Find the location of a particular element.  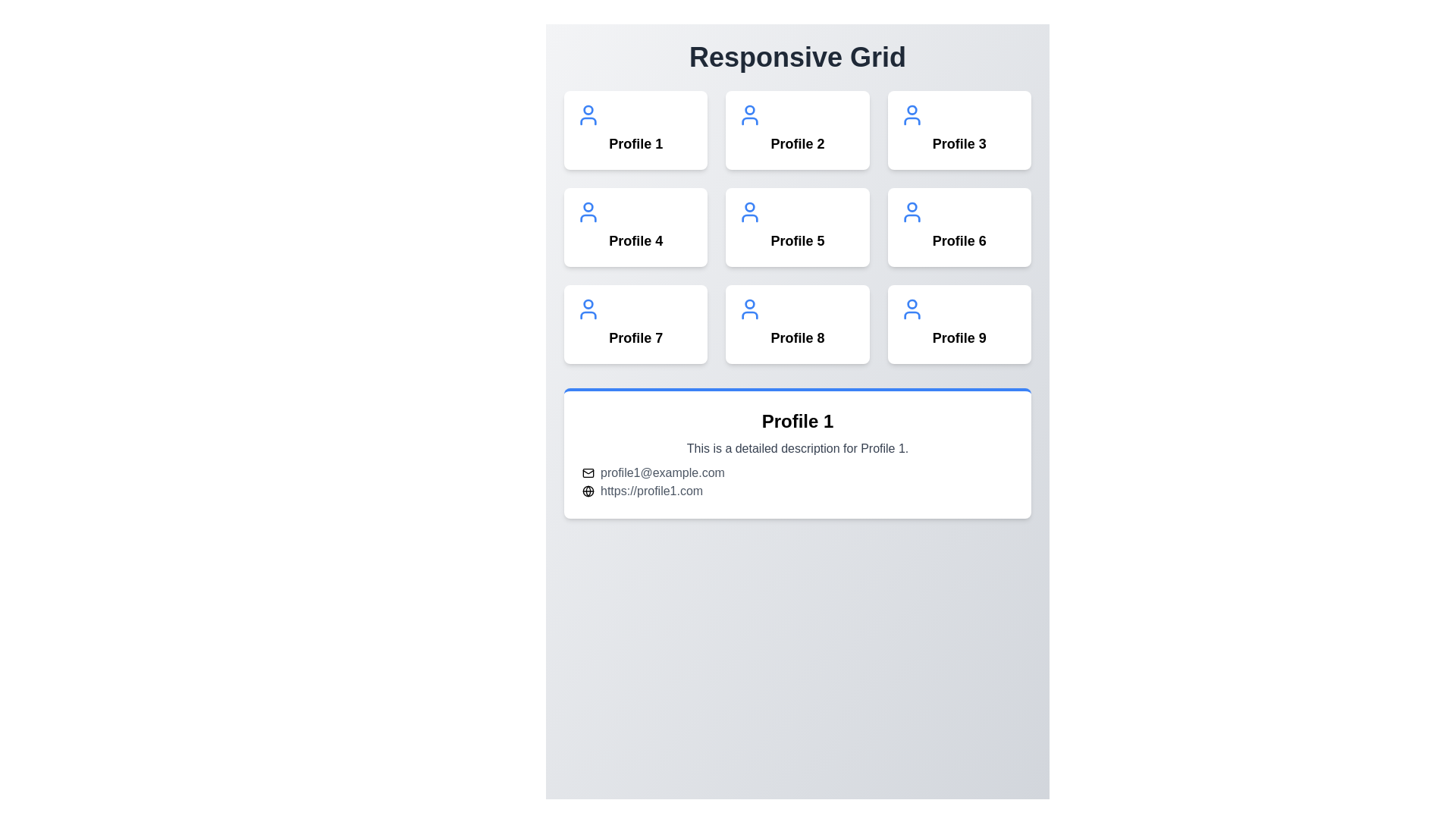

the profile icon located at the top of the 'Profile 1' card, which is the first card in the grid layout is located at coordinates (588, 114).